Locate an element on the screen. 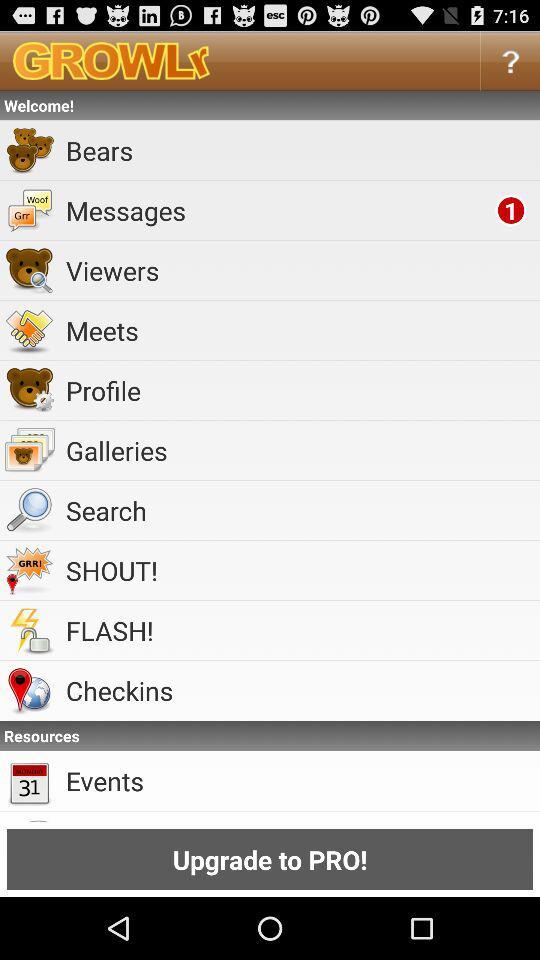 This screenshot has width=540, height=960. the help icon is located at coordinates (510, 65).